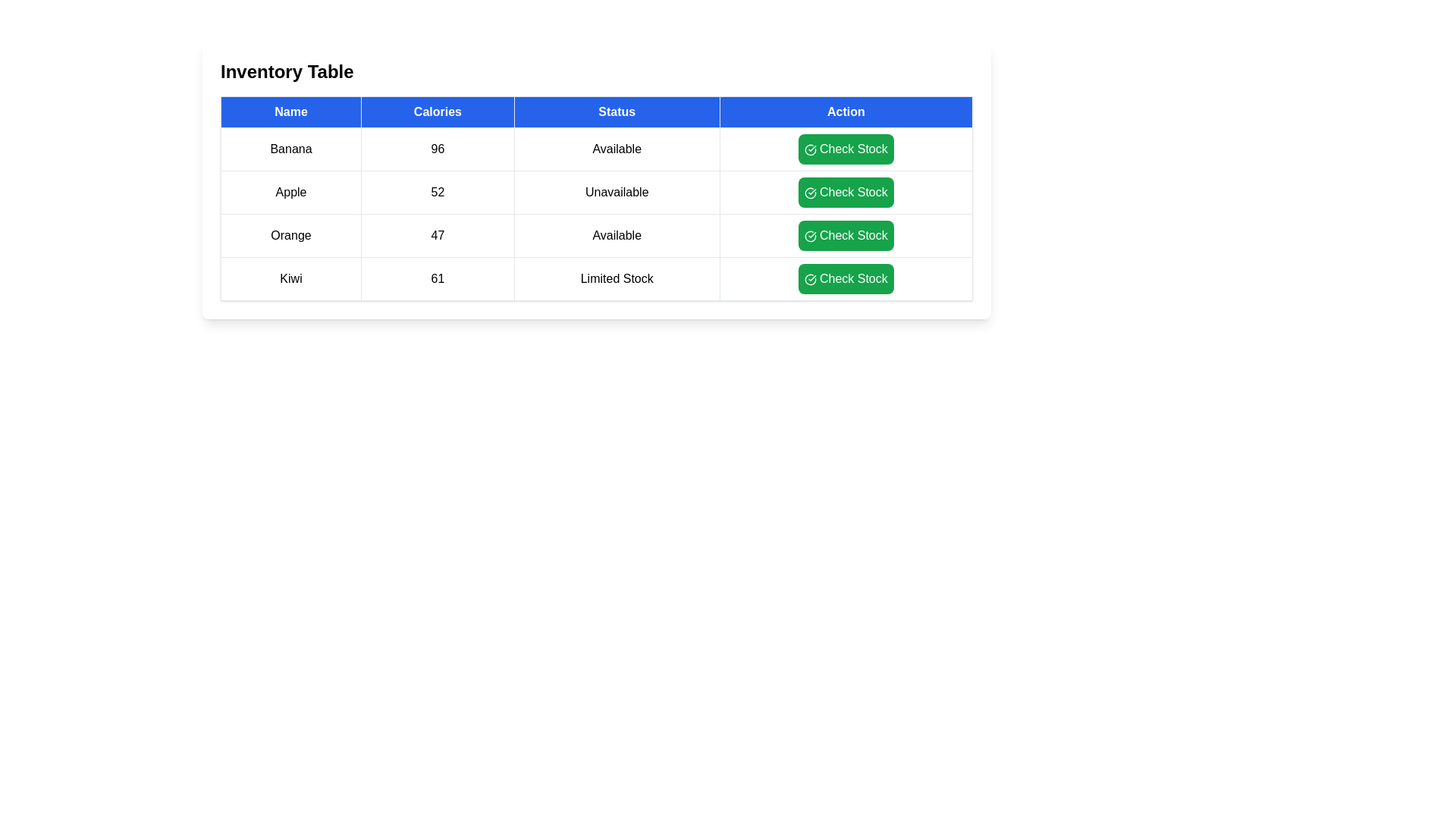 The image size is (1456, 819). Describe the element at coordinates (291, 192) in the screenshot. I see `the row corresponding to Apple by clicking on it` at that location.